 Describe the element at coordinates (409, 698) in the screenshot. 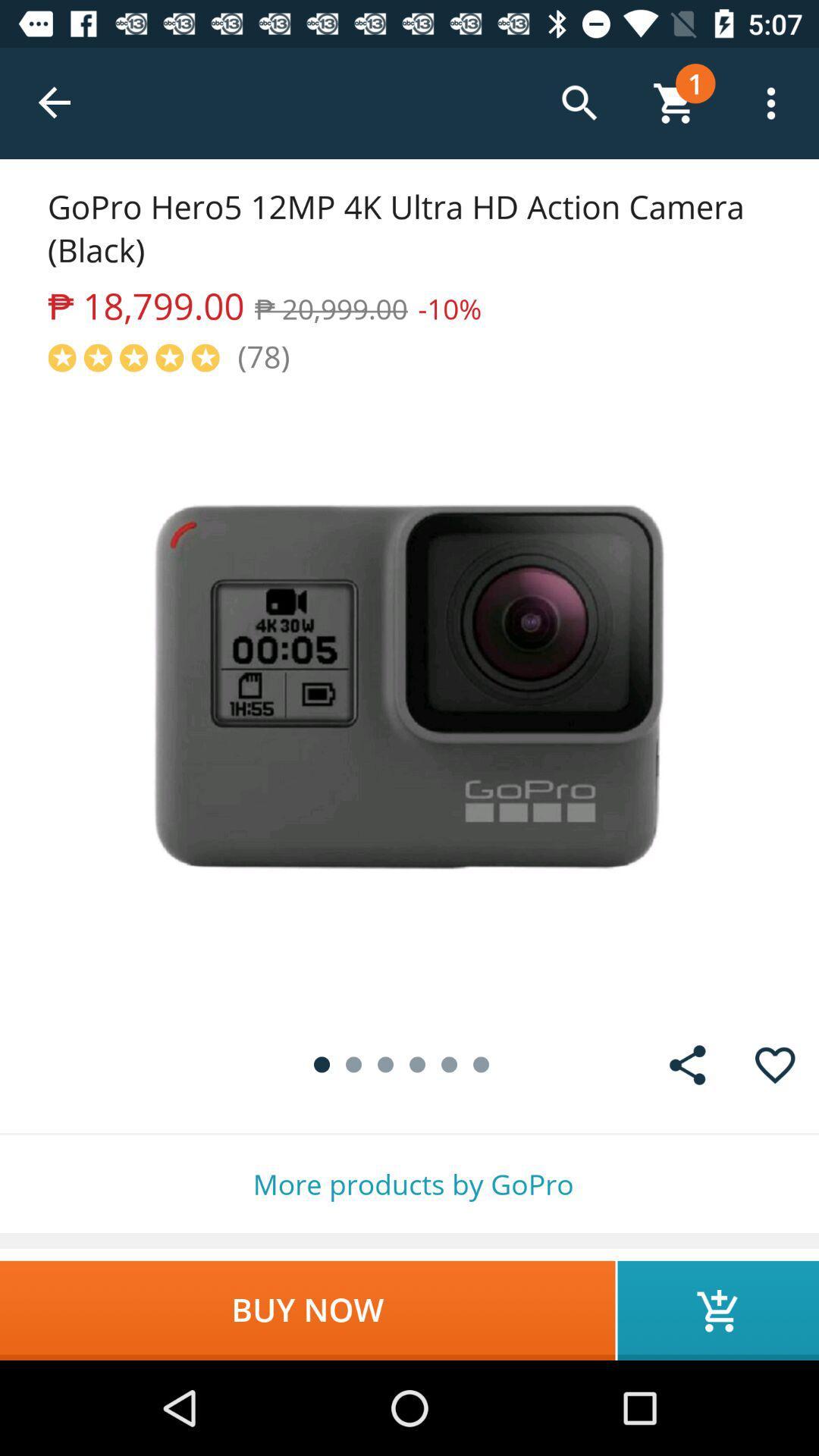

I see `item below (78) item` at that location.